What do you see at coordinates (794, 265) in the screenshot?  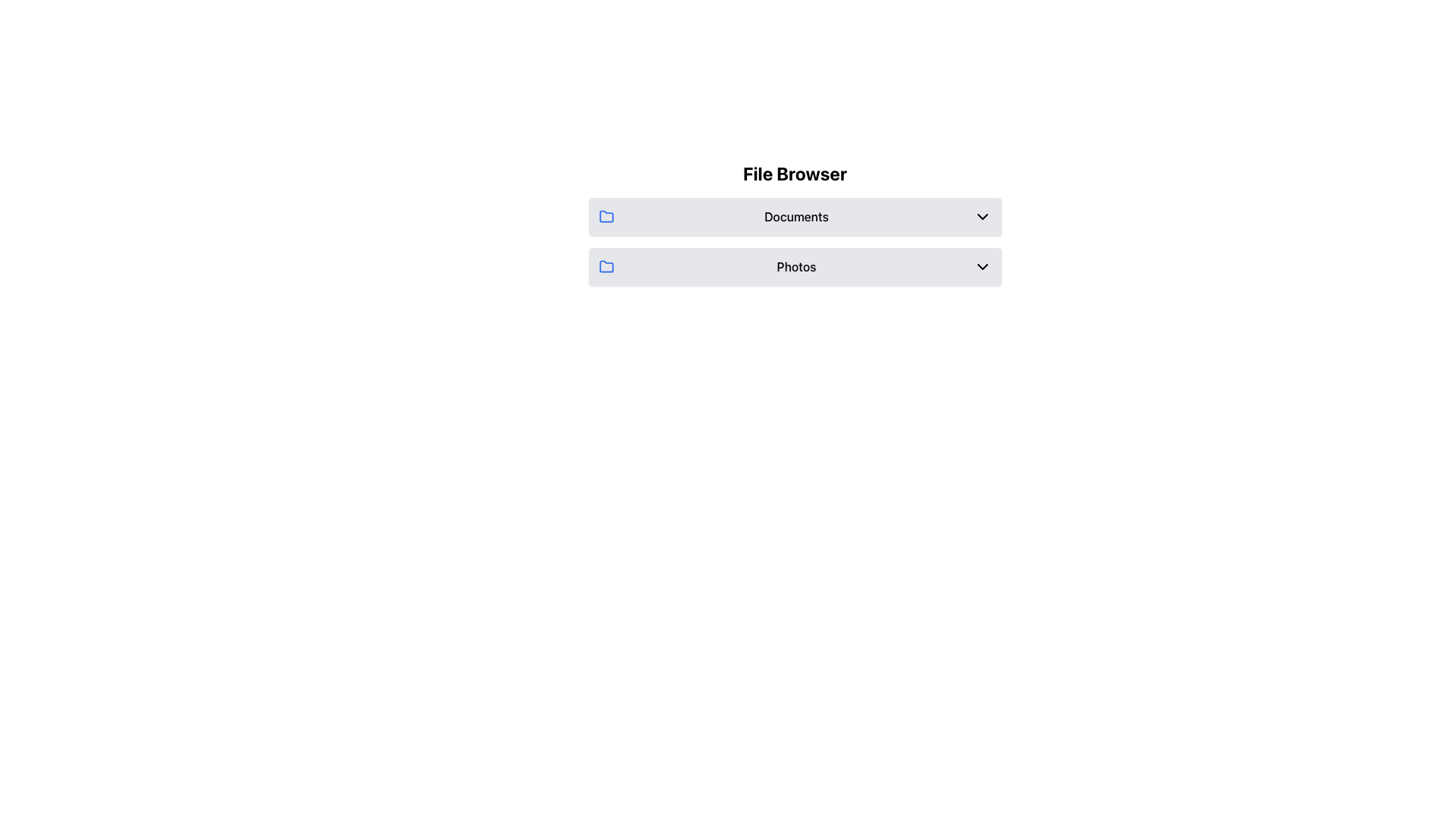 I see `the 'Photos' label on the light gray rectangular list item containing a blue folder icon and a downward-facing chevron icon, positioned below the 'Documents' item` at bounding box center [794, 265].